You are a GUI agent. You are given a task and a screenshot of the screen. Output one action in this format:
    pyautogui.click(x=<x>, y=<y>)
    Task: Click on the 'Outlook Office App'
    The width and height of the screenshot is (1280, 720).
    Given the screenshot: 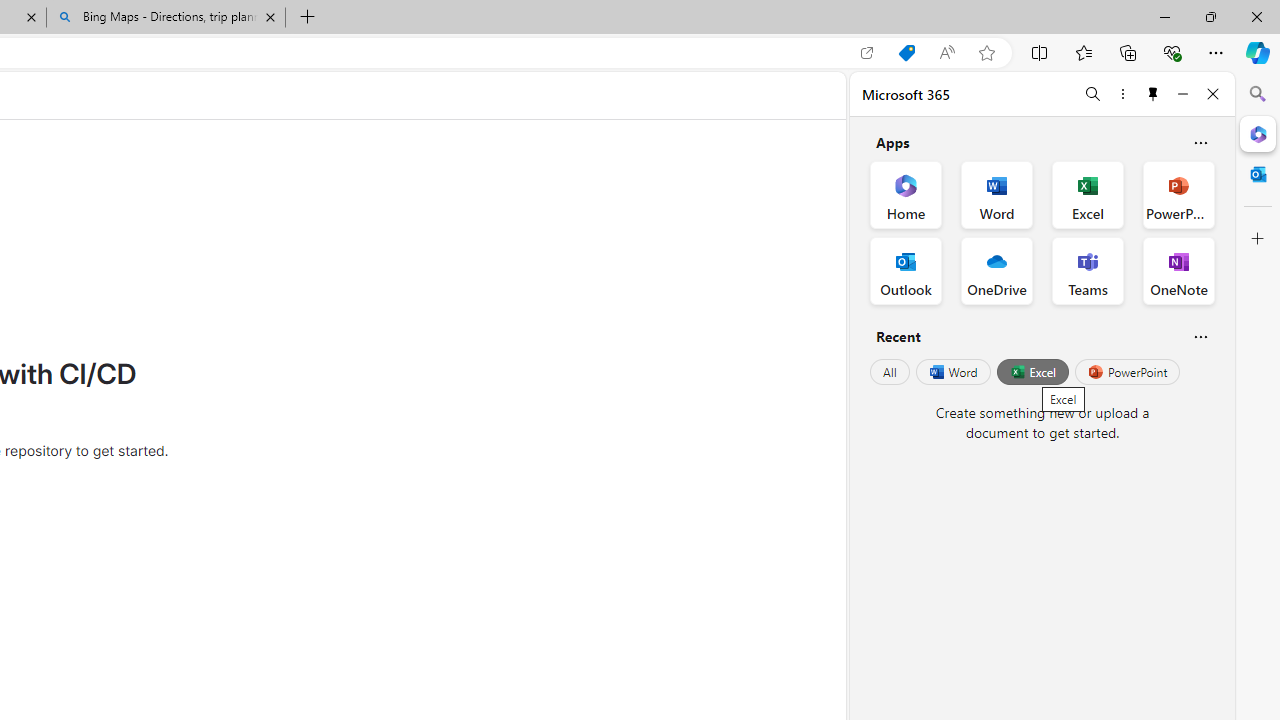 What is the action you would take?
    pyautogui.click(x=905, y=271)
    